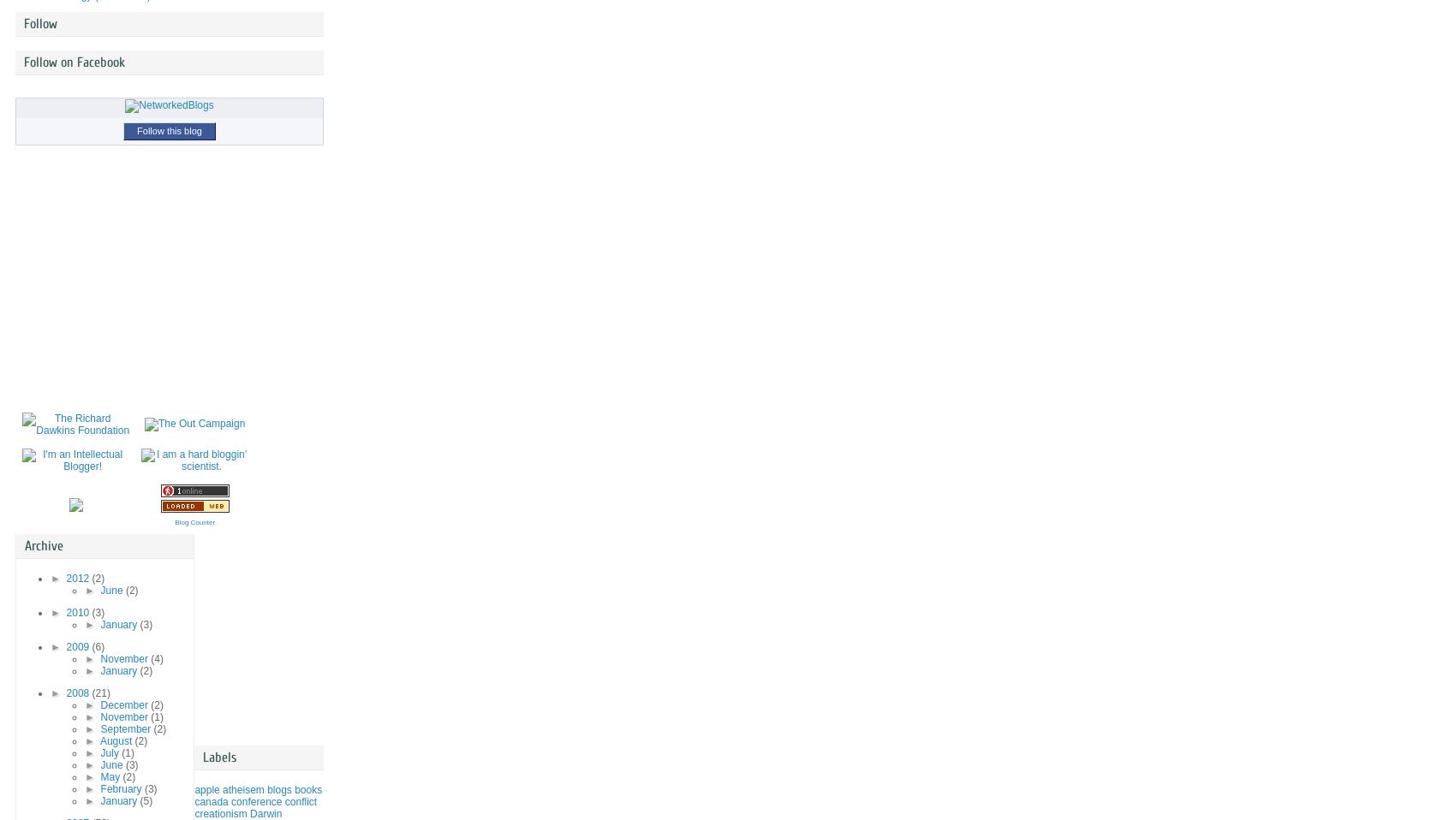 The image size is (1456, 820). I want to click on '2012', so click(78, 577).